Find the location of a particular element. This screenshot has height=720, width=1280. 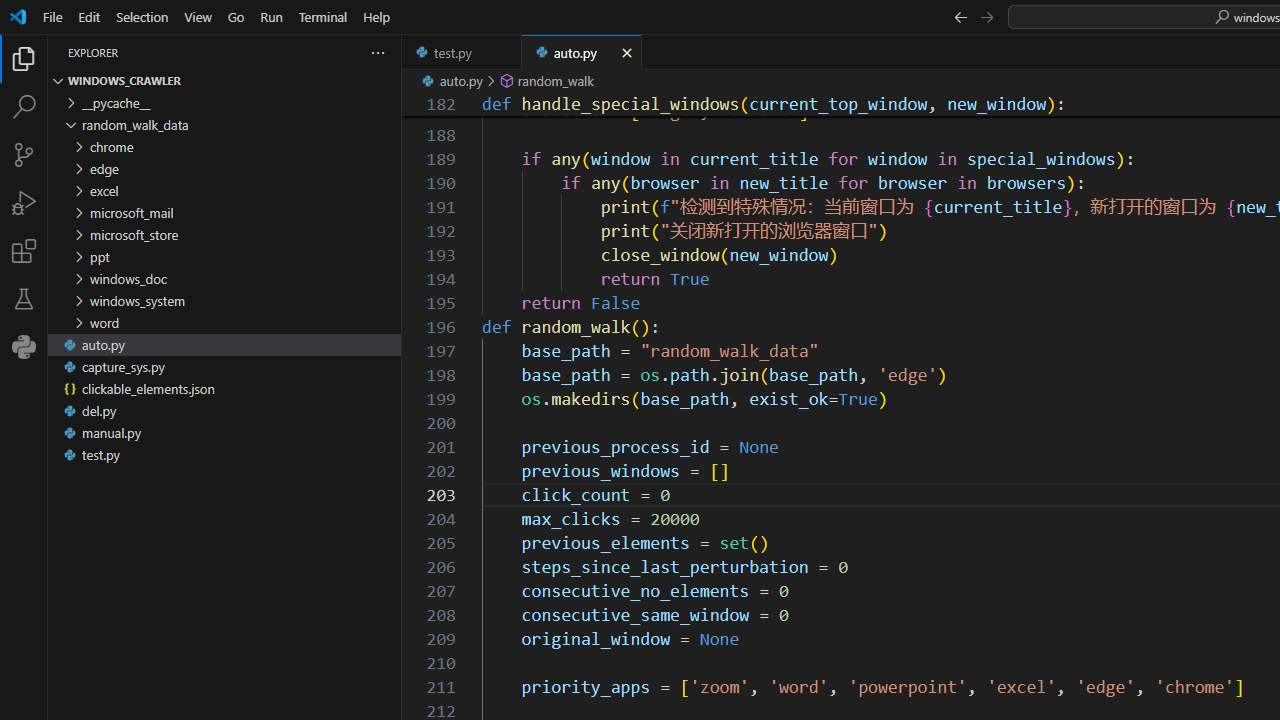

'Selection' is located at coordinates (141, 16).